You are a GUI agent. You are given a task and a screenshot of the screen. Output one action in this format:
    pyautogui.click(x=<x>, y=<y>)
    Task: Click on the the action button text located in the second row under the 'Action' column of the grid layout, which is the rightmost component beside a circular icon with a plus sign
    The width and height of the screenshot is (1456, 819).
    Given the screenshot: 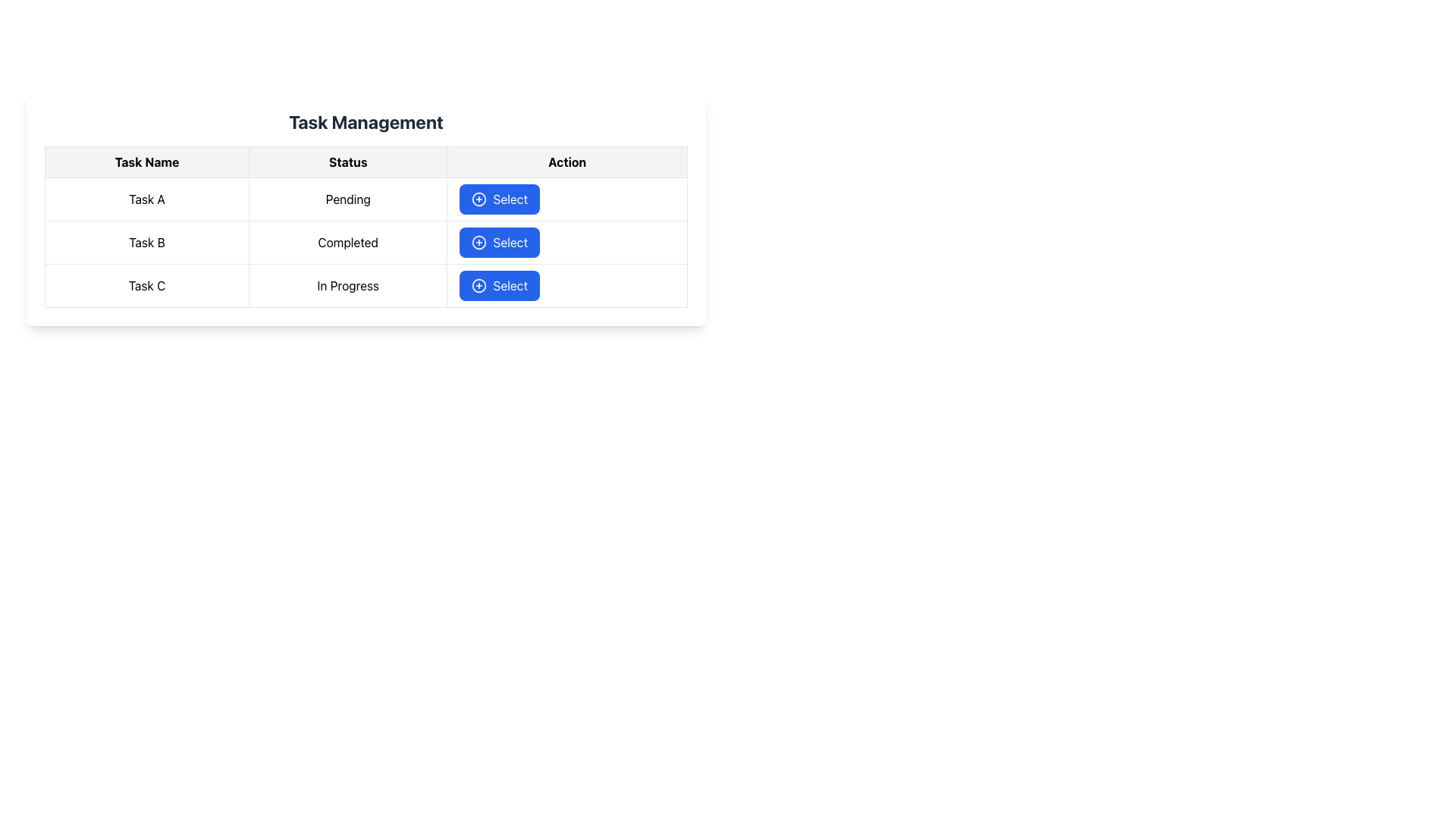 What is the action you would take?
    pyautogui.click(x=510, y=242)
    